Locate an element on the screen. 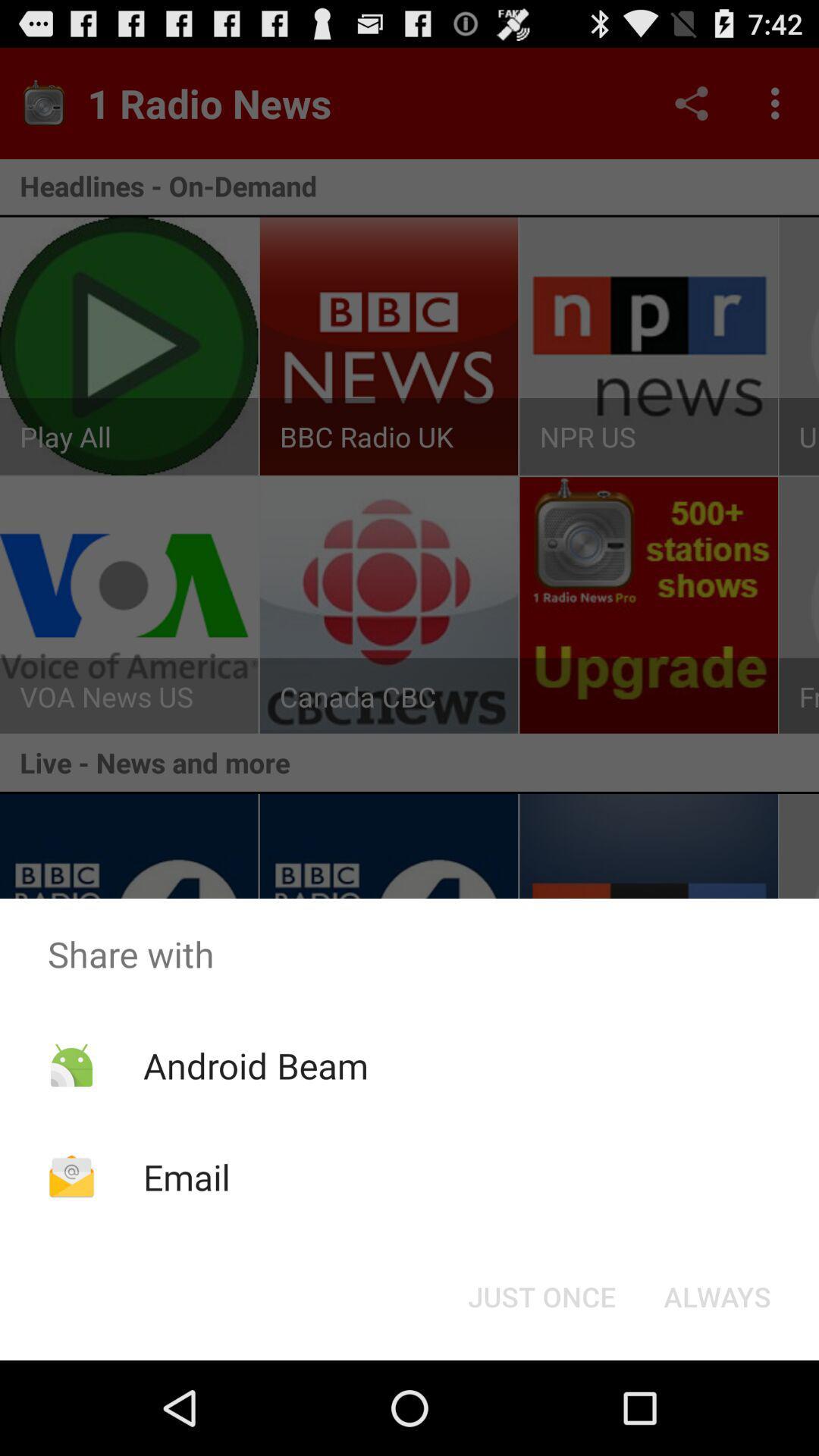 Image resolution: width=819 pixels, height=1456 pixels. icon at the bottom right corner is located at coordinates (717, 1295).